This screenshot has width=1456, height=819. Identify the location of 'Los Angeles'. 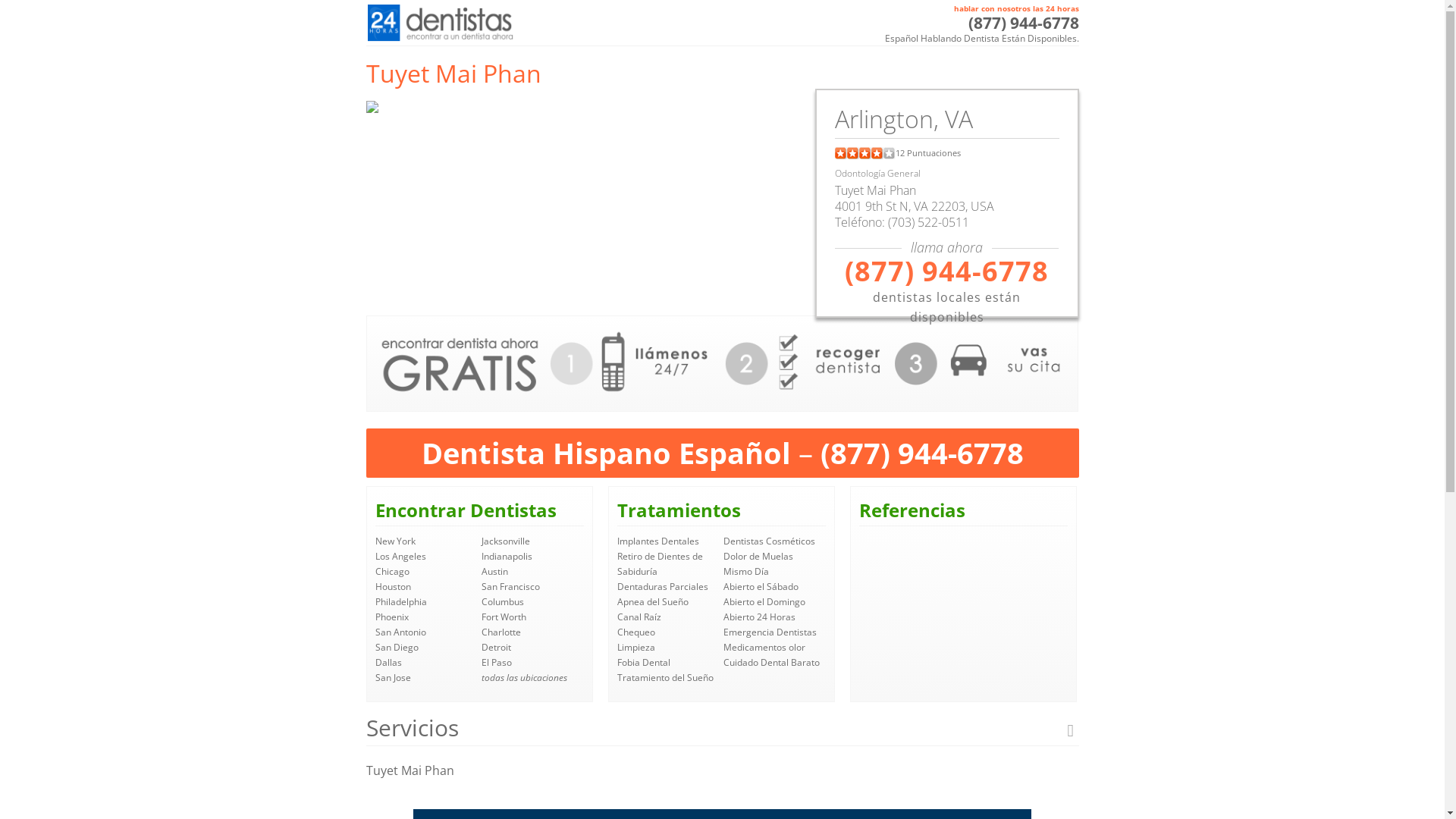
(375, 556).